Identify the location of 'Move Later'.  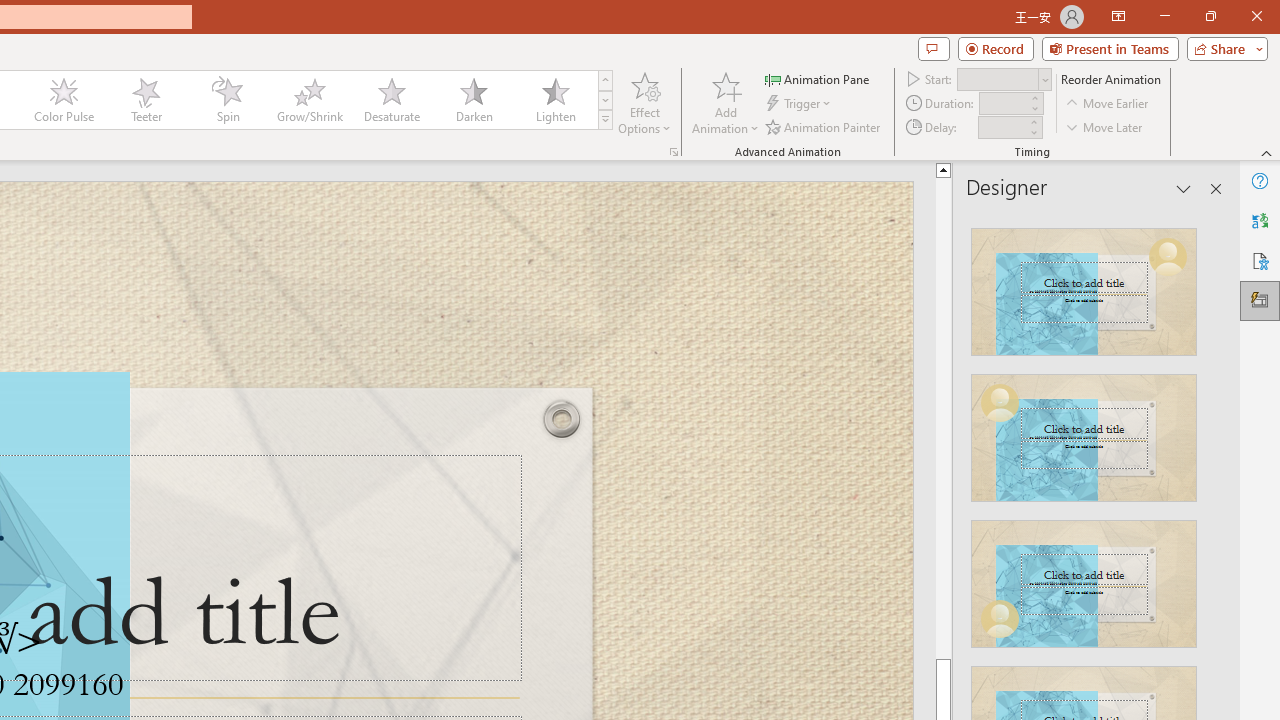
(1104, 127).